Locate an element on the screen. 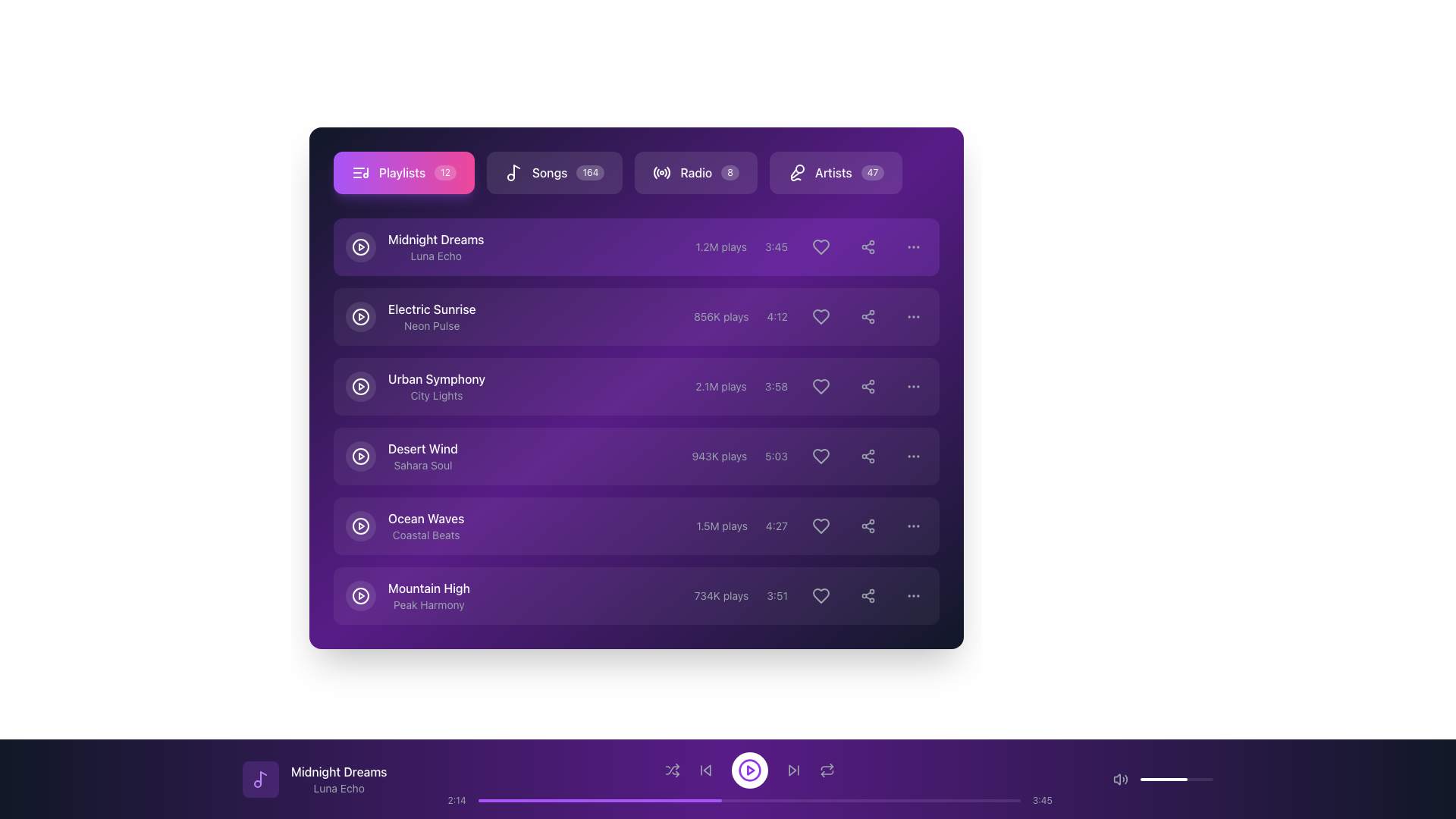  the play button located at the leftmost part of the row for the song 'Midnight Dreams' by 'Luna Echo' is located at coordinates (359, 246).